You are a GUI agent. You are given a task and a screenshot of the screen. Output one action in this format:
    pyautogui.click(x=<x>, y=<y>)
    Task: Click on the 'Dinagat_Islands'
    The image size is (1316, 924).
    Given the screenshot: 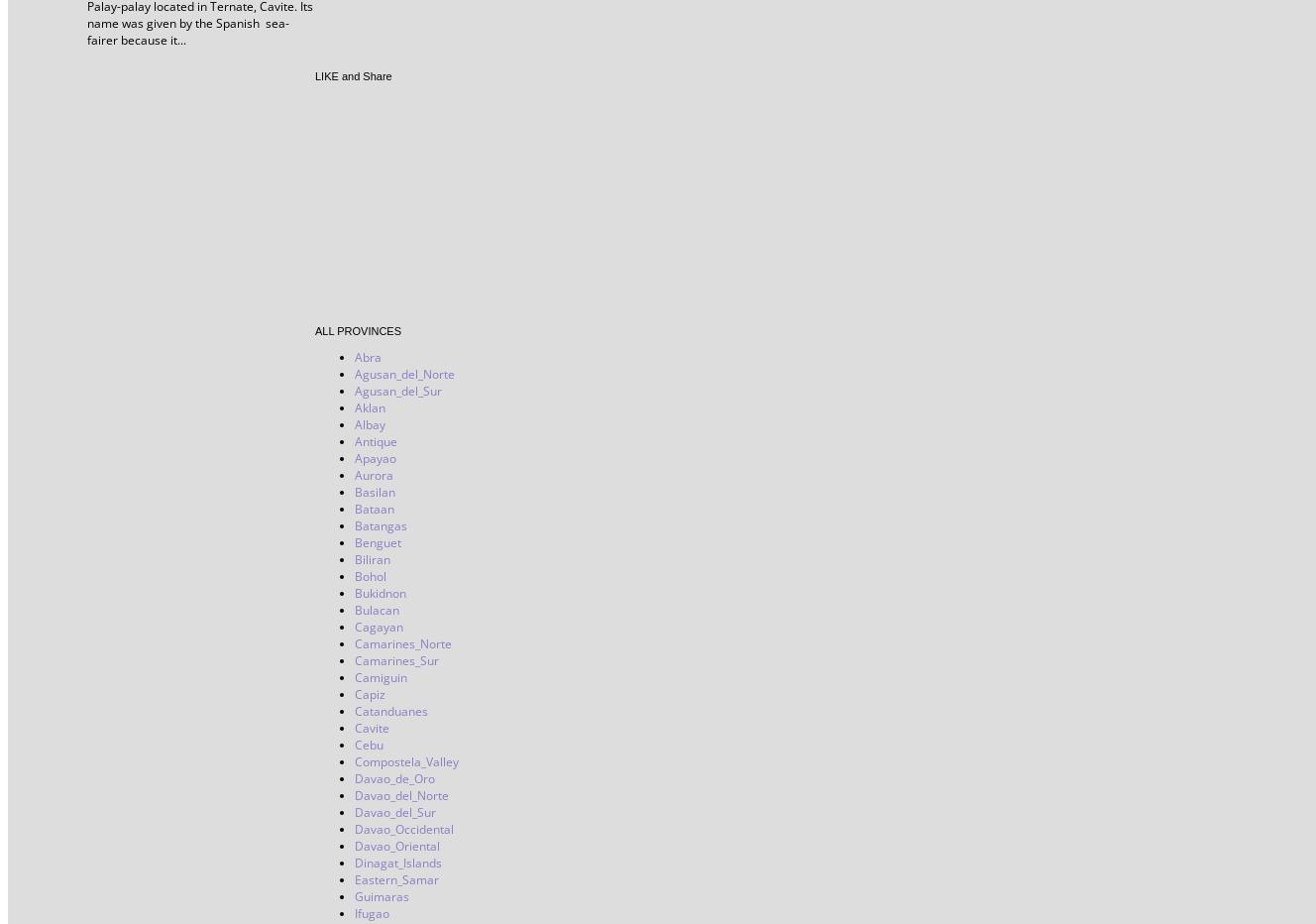 What is the action you would take?
    pyautogui.click(x=354, y=862)
    